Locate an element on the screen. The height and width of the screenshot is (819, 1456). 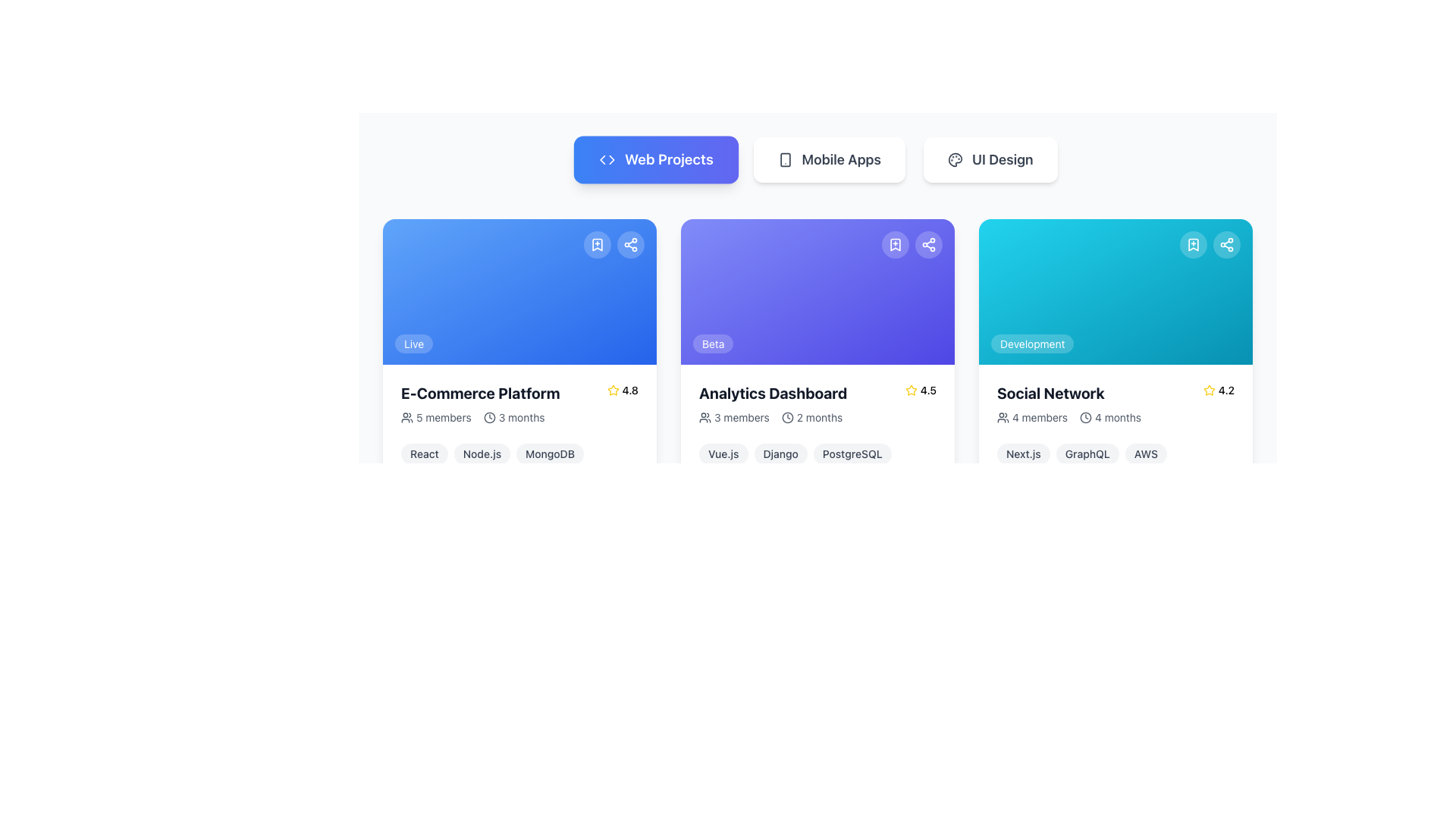
the 'Mobile Apps' button in the navigation menu is located at coordinates (817, 160).